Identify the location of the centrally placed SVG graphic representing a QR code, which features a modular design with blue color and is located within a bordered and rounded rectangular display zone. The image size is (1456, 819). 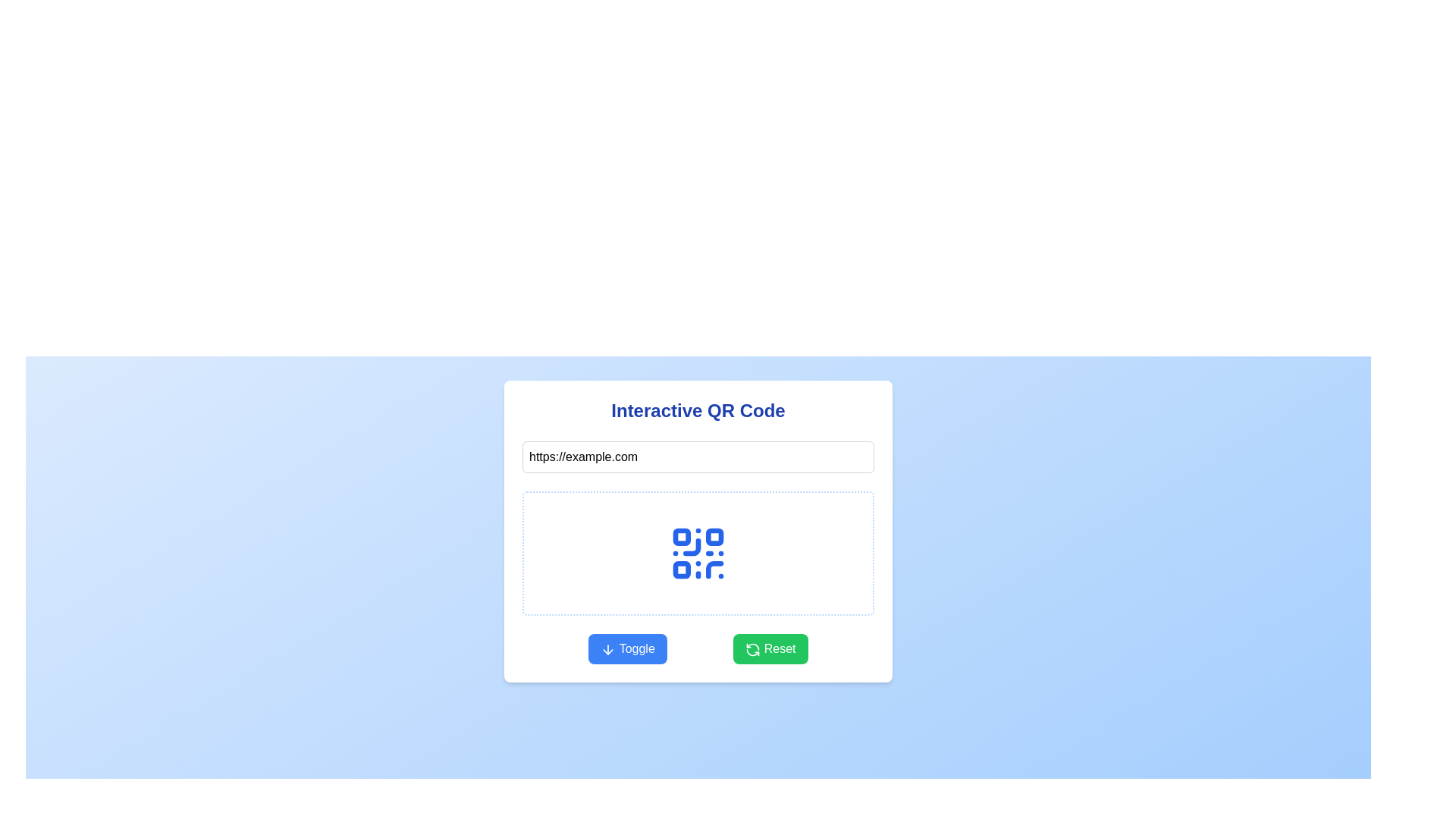
(698, 553).